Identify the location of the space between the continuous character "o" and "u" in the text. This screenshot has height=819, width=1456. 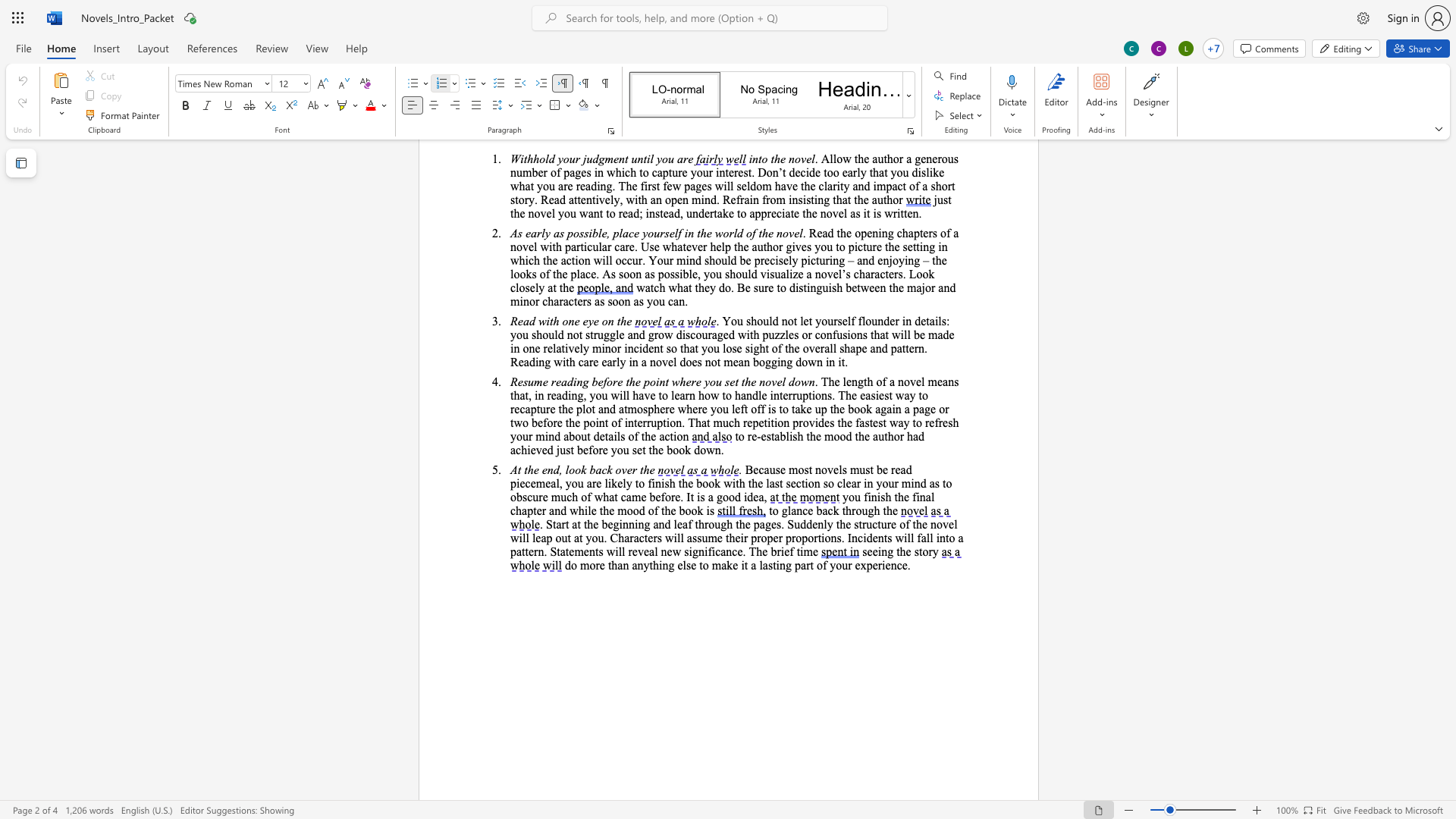
(855, 497).